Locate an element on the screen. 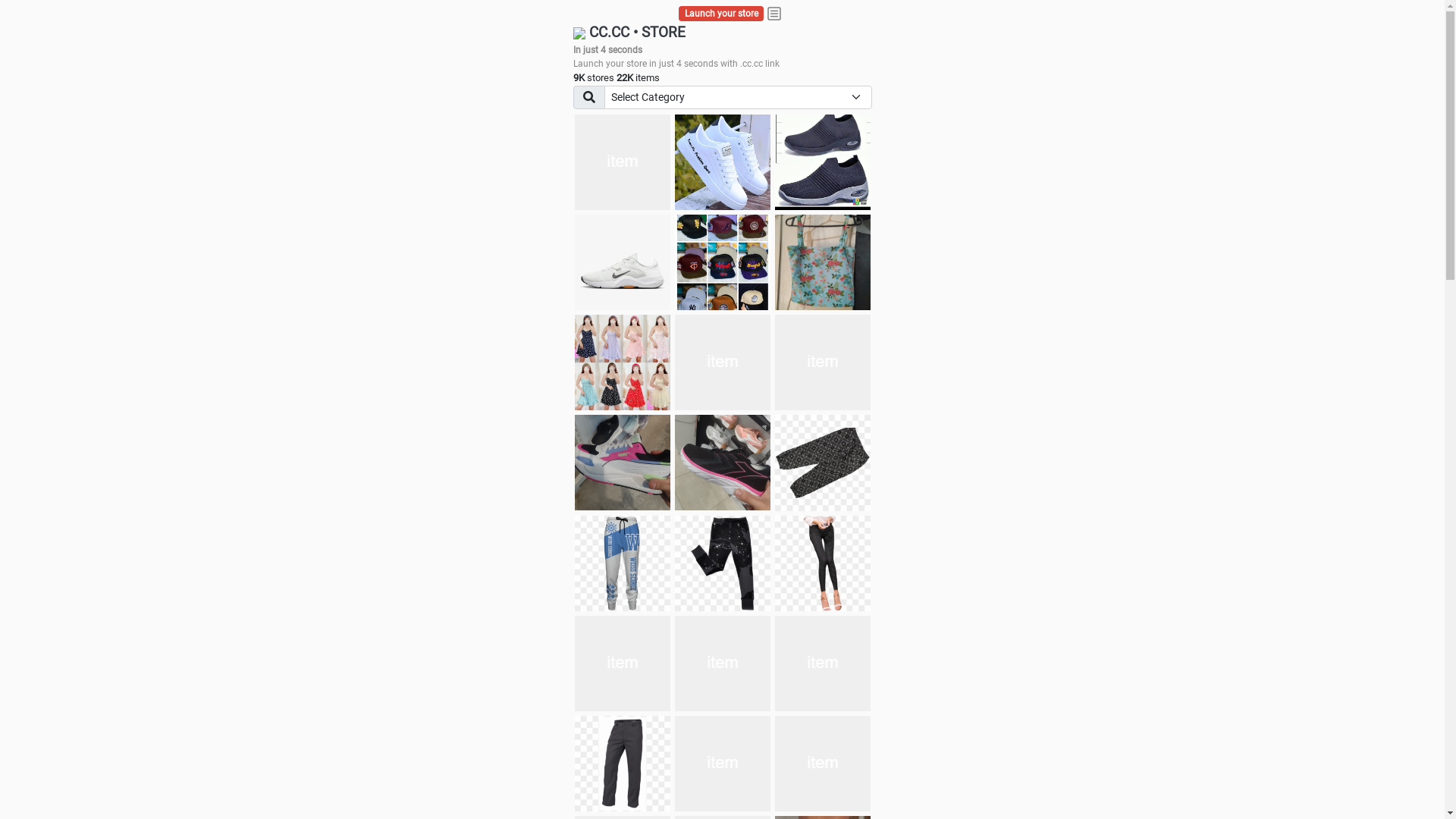  'Shoes for boys' is located at coordinates (574, 262).